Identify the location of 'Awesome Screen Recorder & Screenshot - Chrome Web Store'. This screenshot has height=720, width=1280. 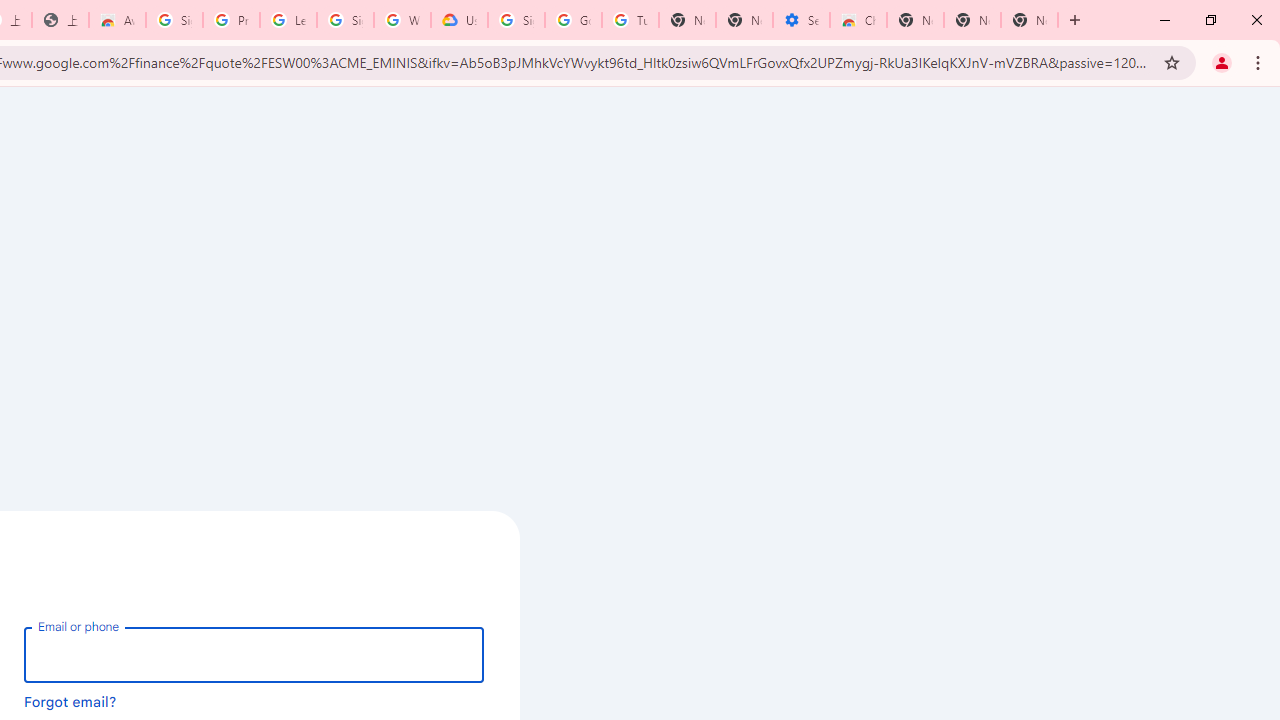
(116, 20).